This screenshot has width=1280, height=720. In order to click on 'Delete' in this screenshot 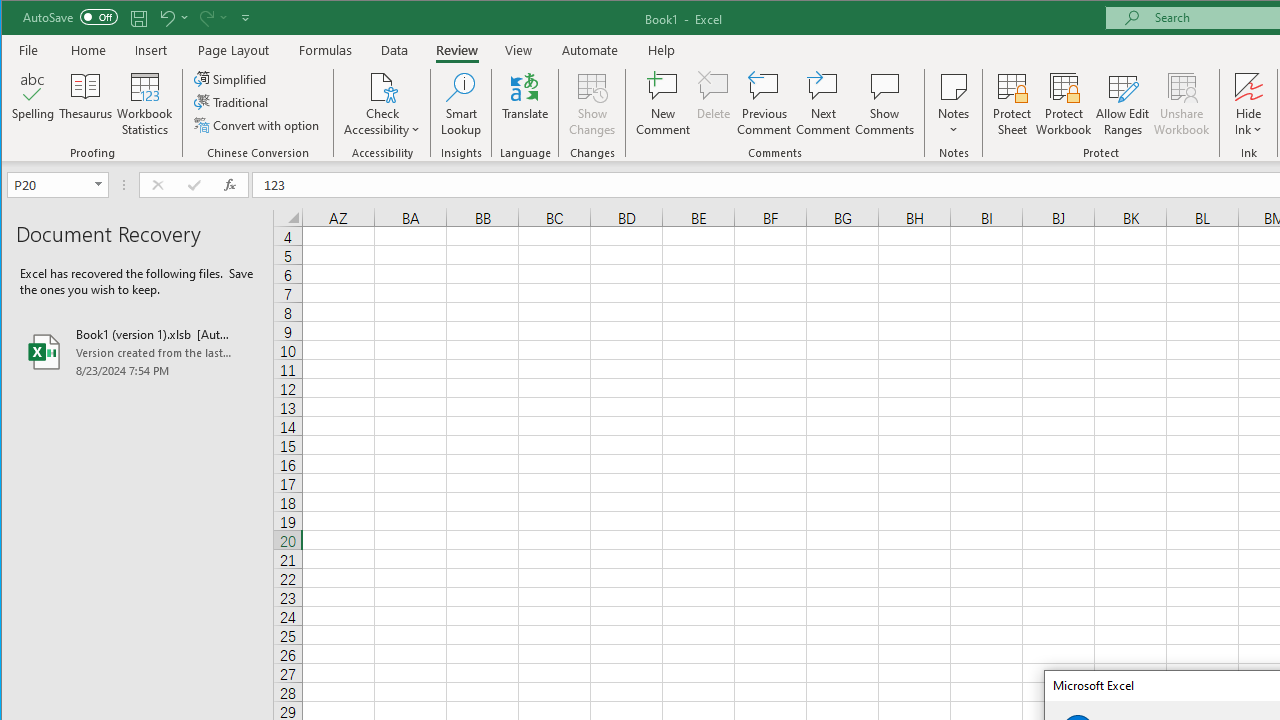, I will do `click(713, 104)`.